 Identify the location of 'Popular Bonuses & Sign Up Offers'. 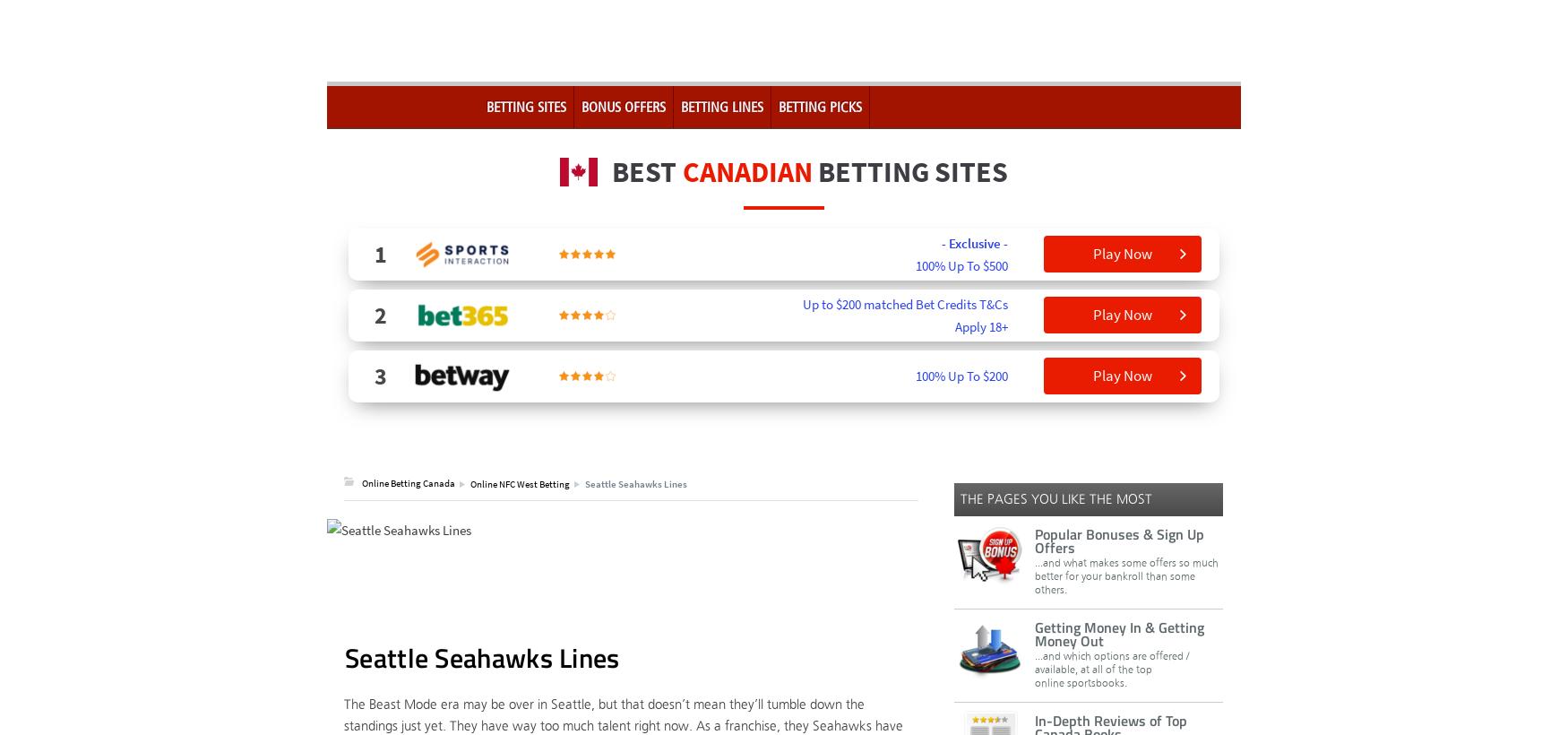
(1034, 540).